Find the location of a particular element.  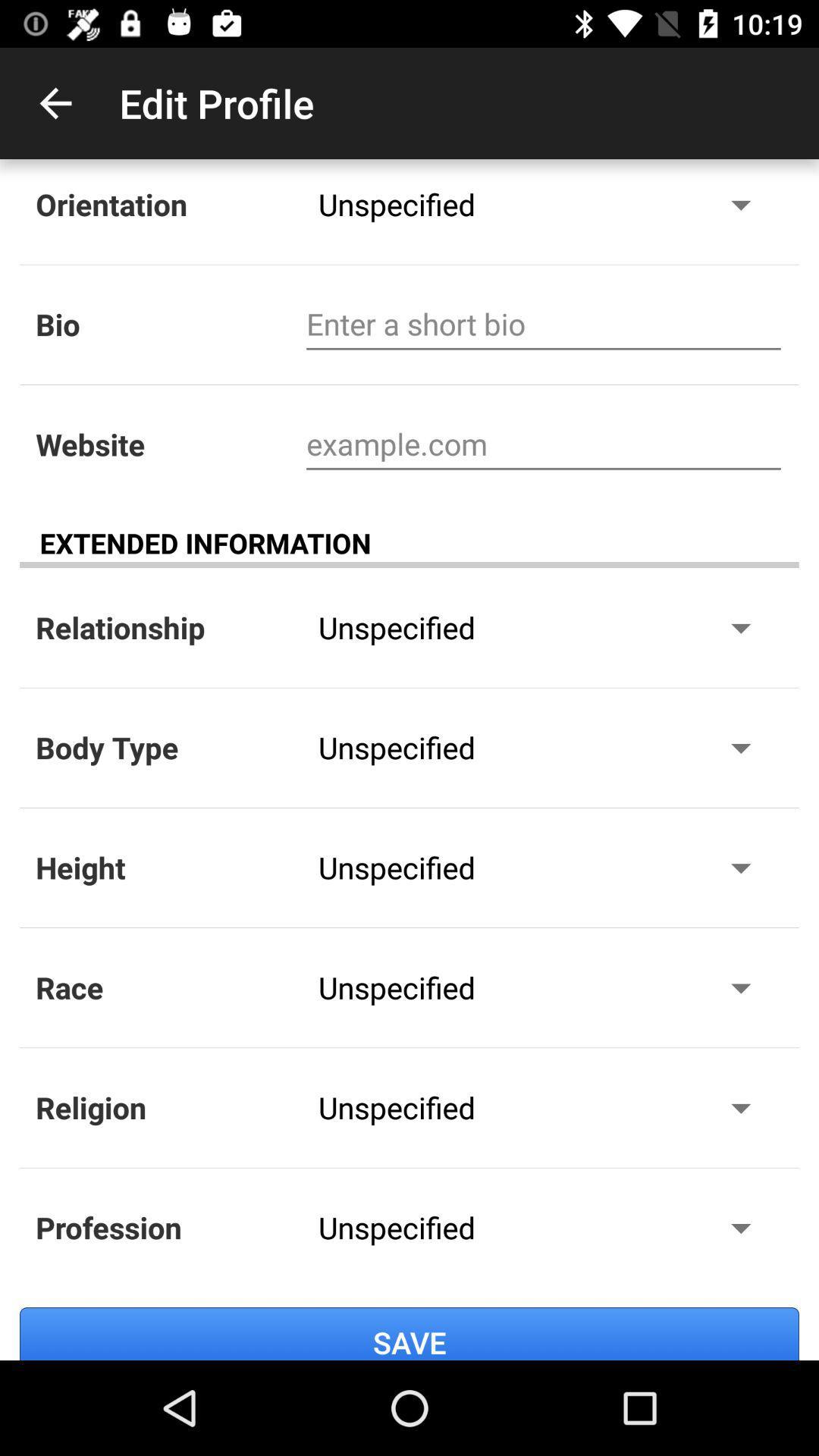

a short bio is located at coordinates (543, 324).